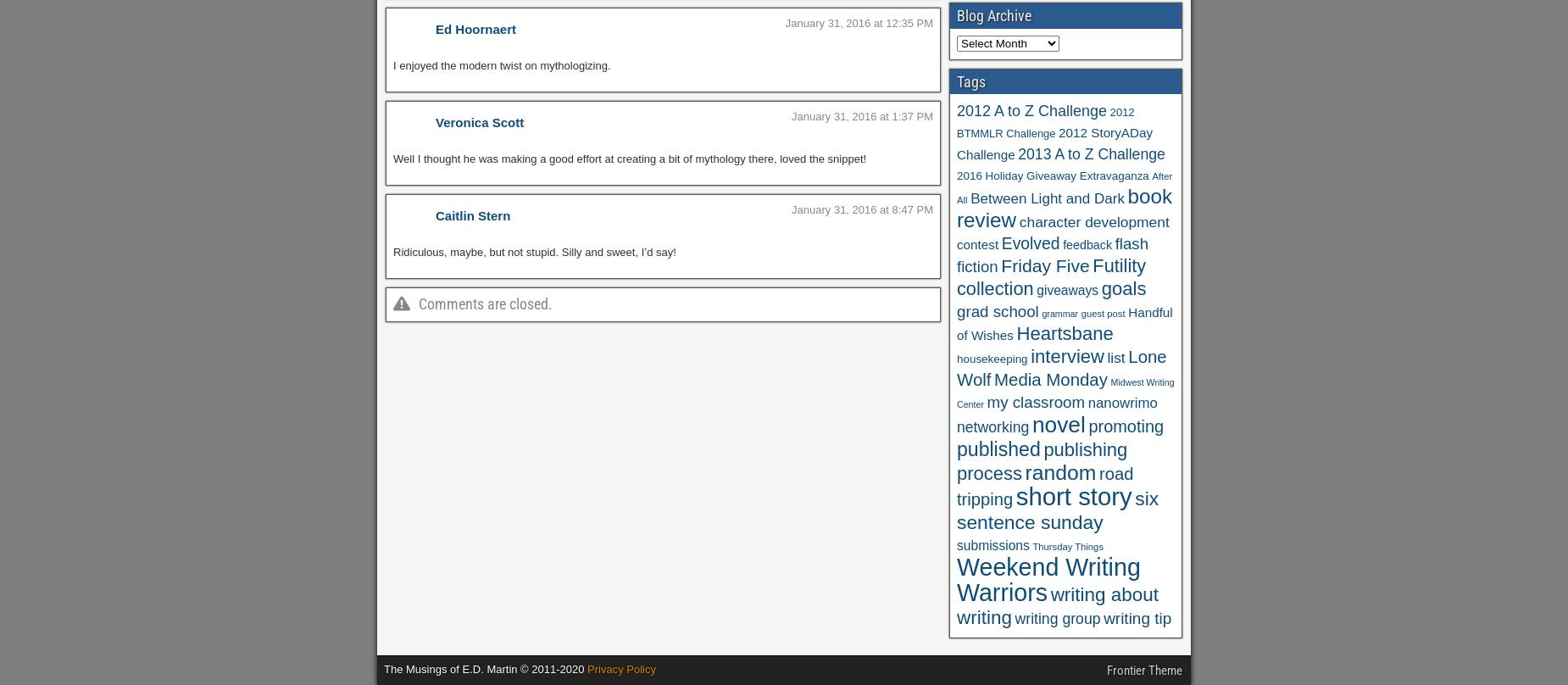 The height and width of the screenshot is (685, 1568). I want to click on 'Heartsbane', so click(1063, 332).